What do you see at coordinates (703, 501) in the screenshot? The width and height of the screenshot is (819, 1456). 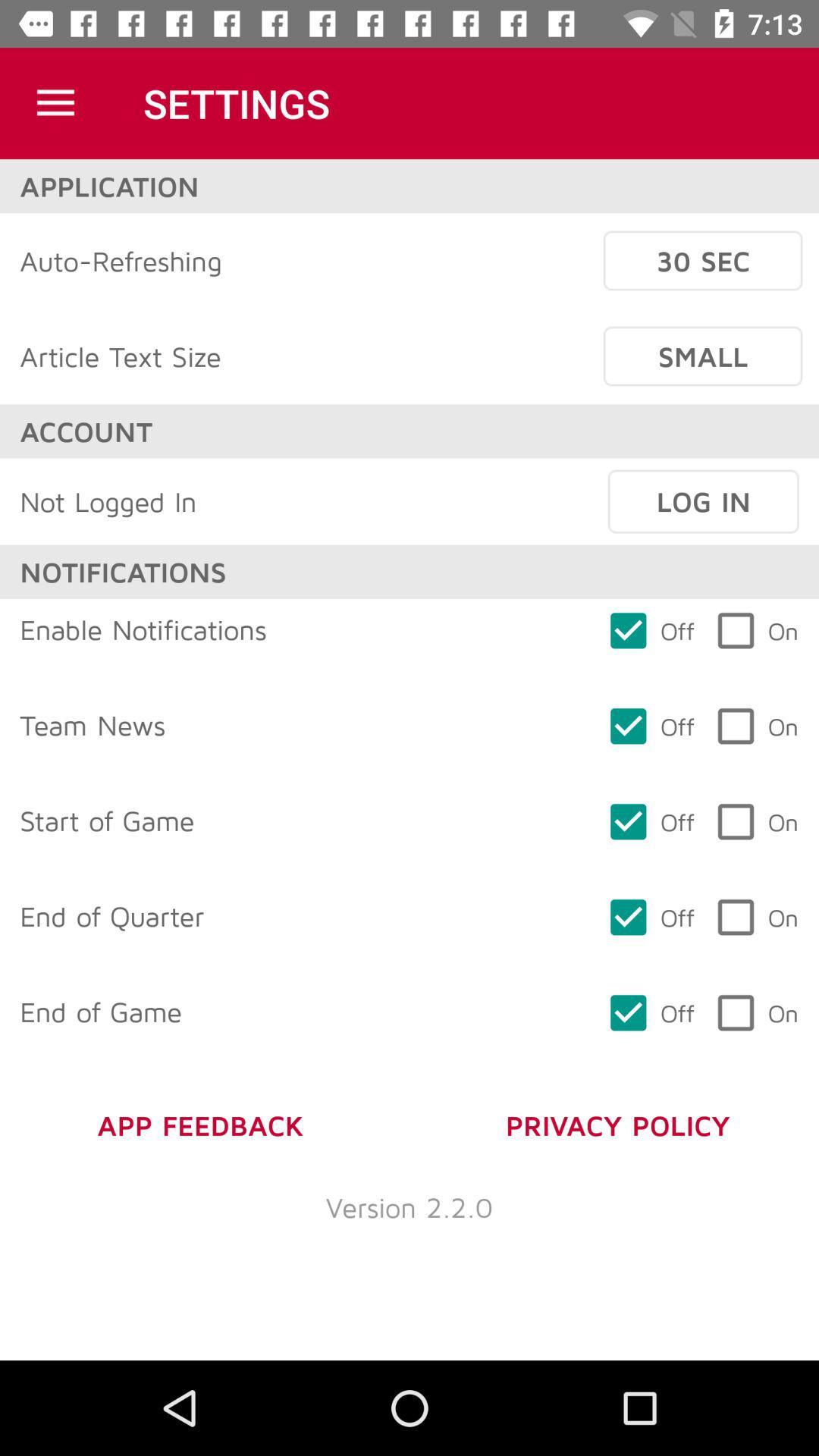 I see `the log in` at bounding box center [703, 501].